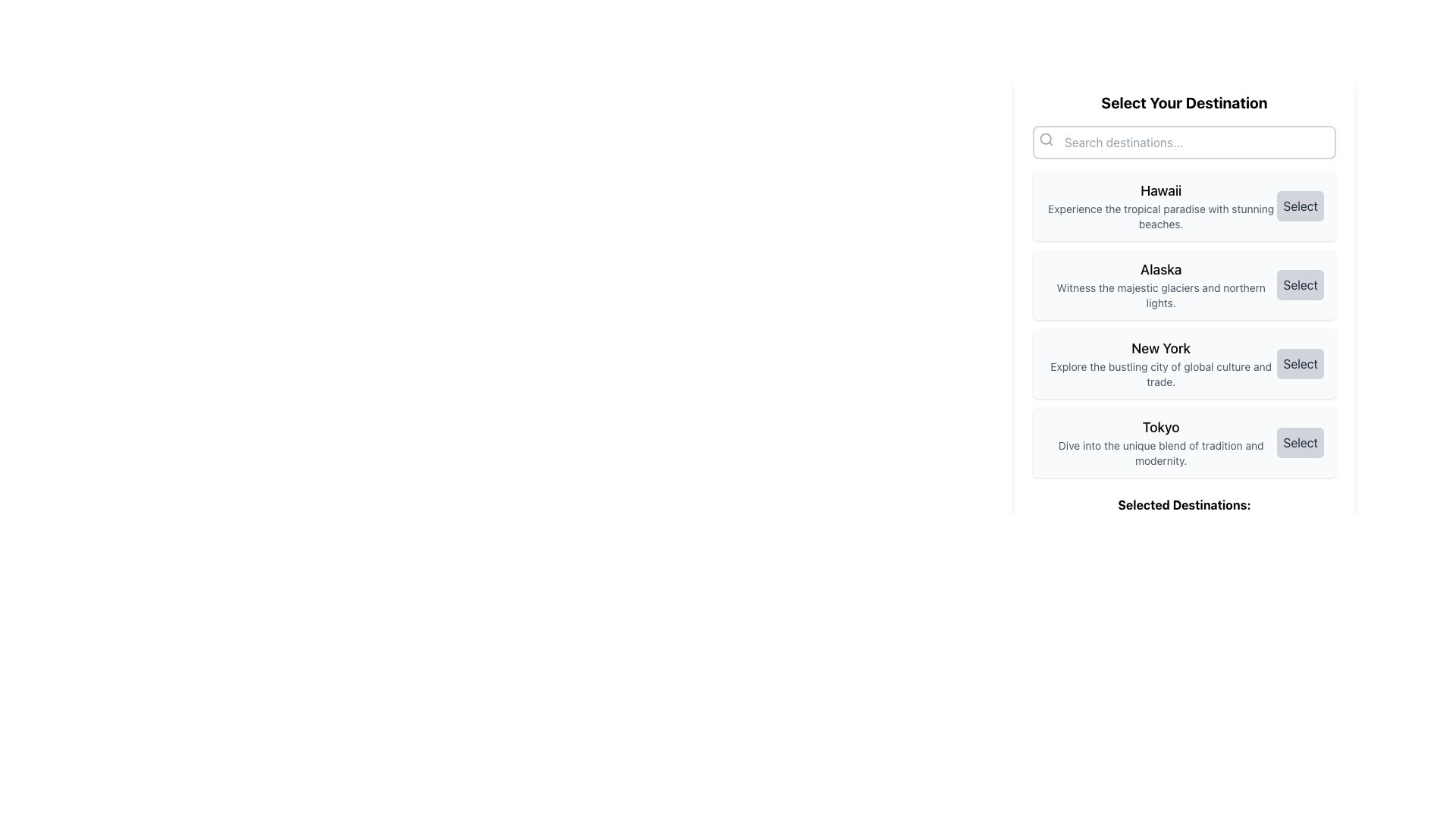 The image size is (1456, 819). Describe the element at coordinates (1299, 442) in the screenshot. I see `the button next to the list item labeled 'Tokyo'` at that location.